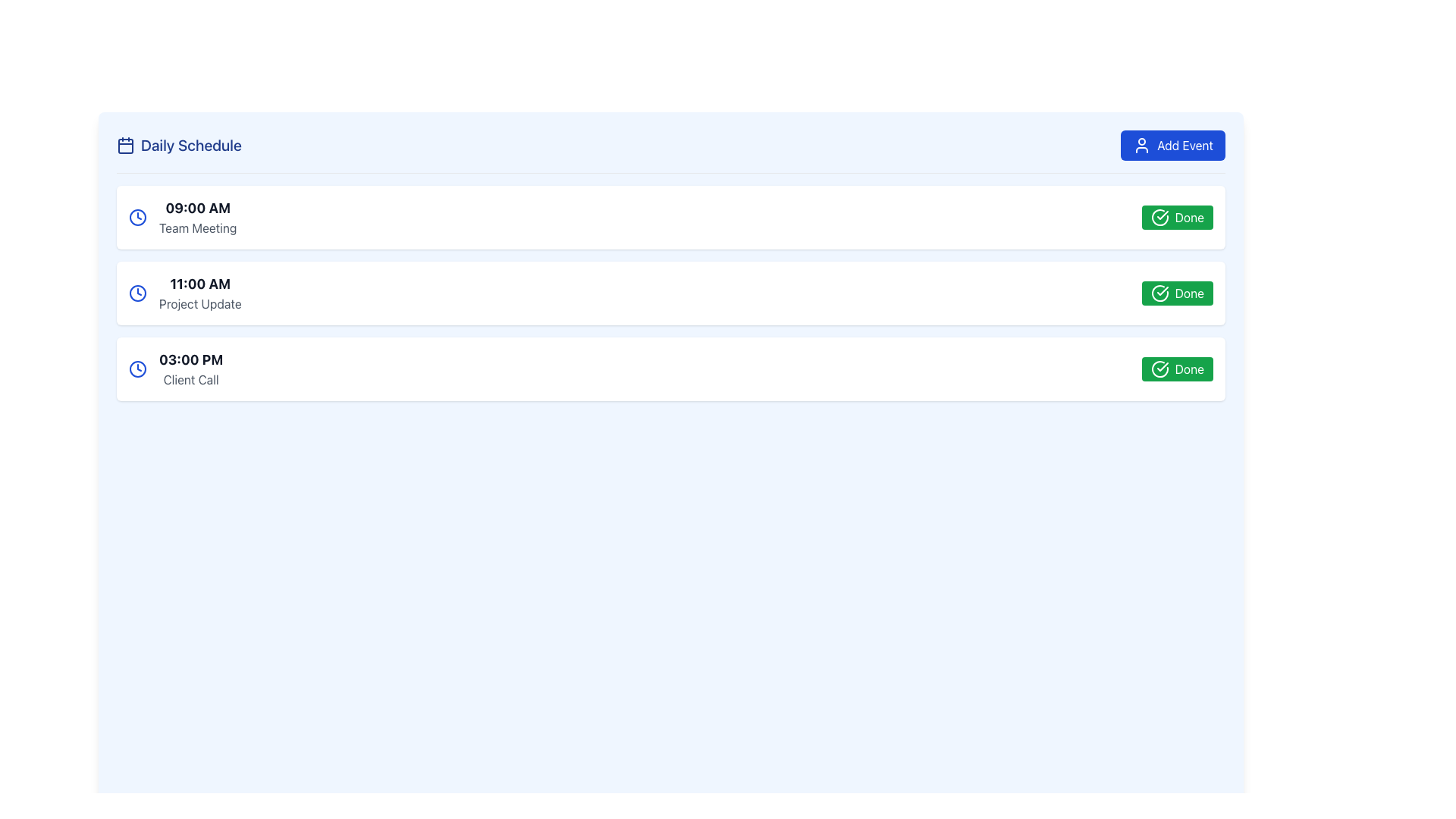 Image resolution: width=1456 pixels, height=819 pixels. Describe the element at coordinates (1142, 146) in the screenshot. I see `the 'Add Event' button, which is located in the upper-right corner of the interface` at that location.